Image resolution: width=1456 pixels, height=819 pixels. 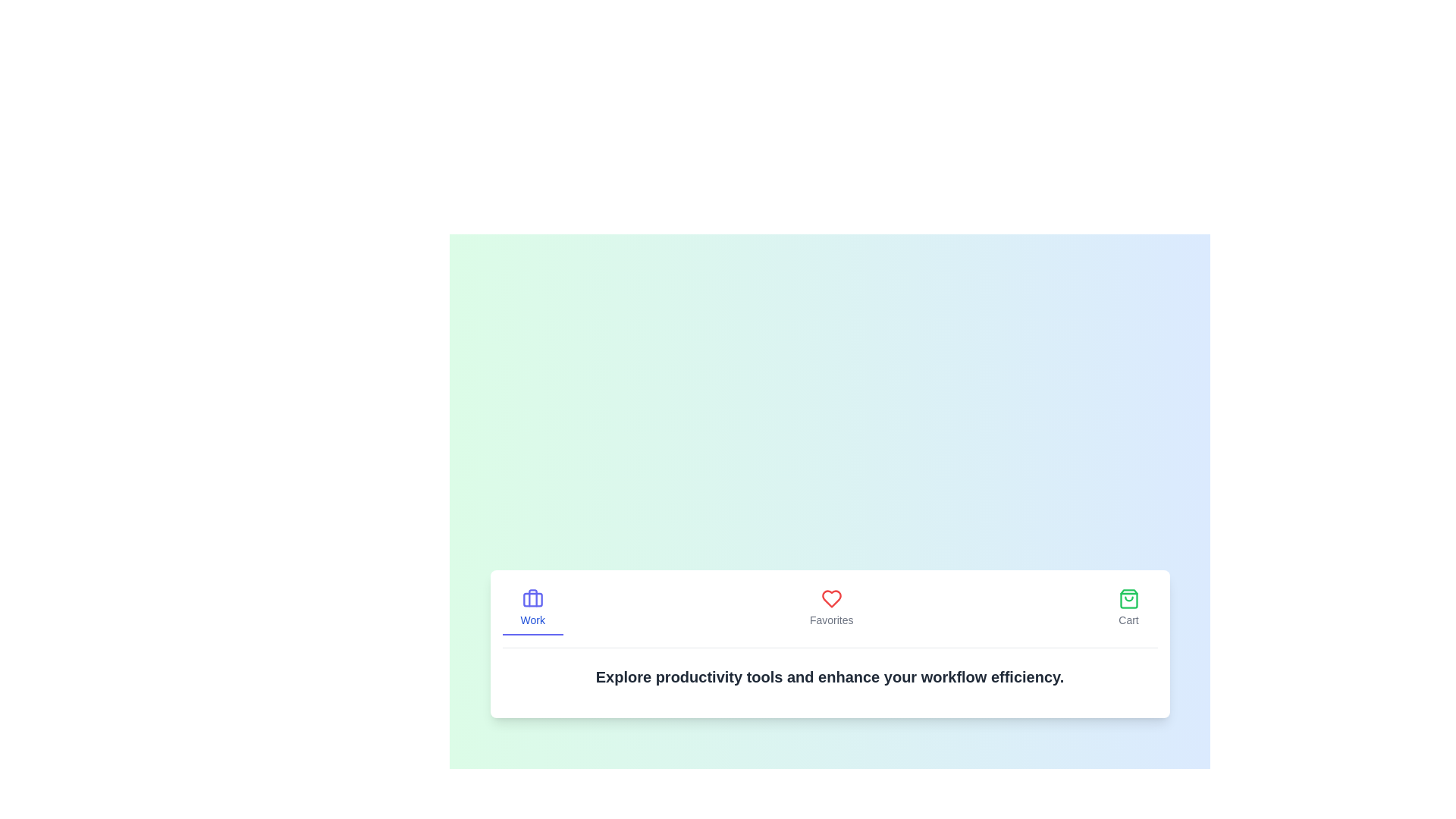 I want to click on the tab icon Work to observe the visual effect, so click(x=532, y=607).